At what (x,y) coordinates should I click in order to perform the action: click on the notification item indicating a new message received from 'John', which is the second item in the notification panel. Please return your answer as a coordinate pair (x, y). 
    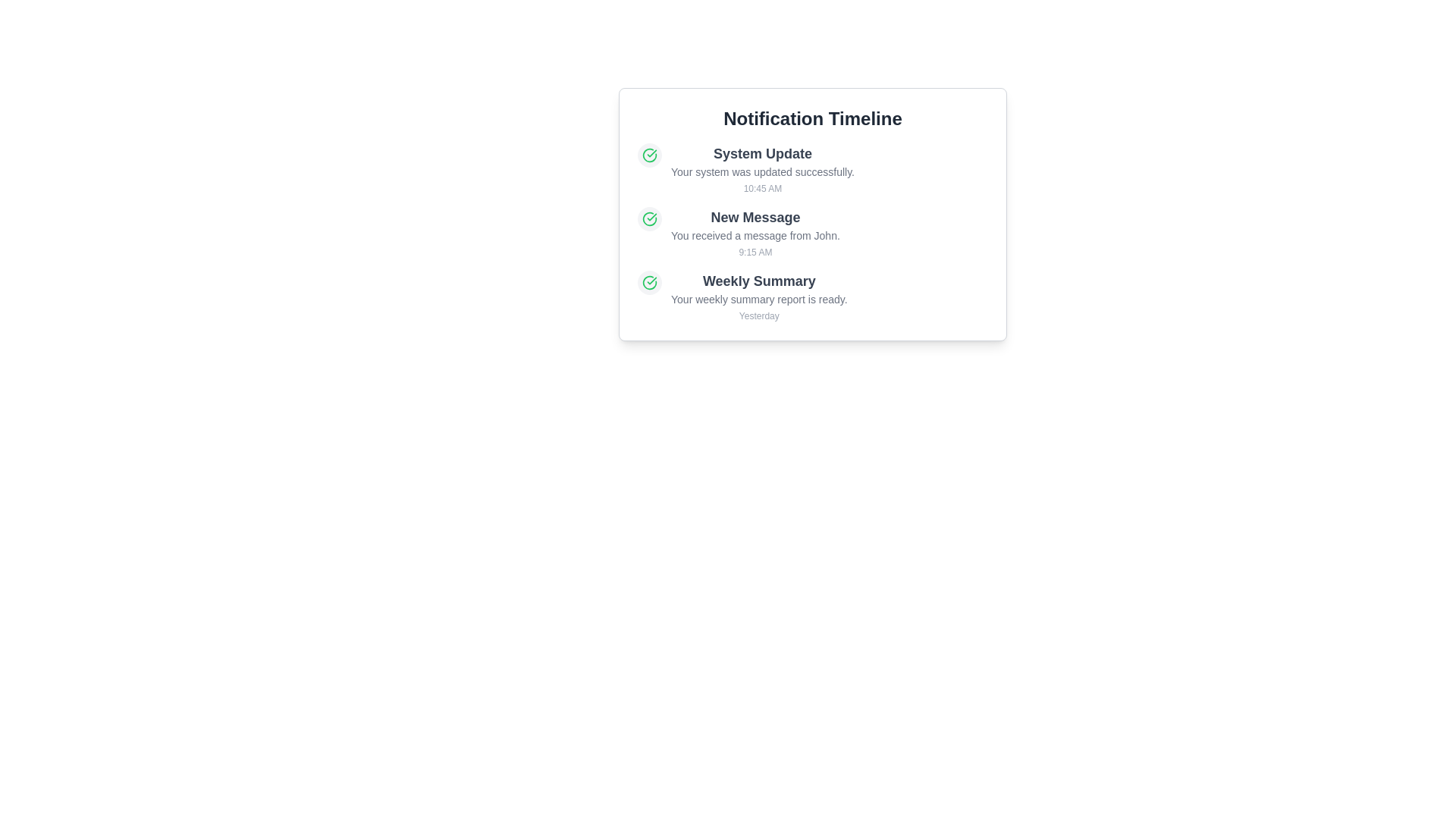
    Looking at the image, I should click on (755, 233).